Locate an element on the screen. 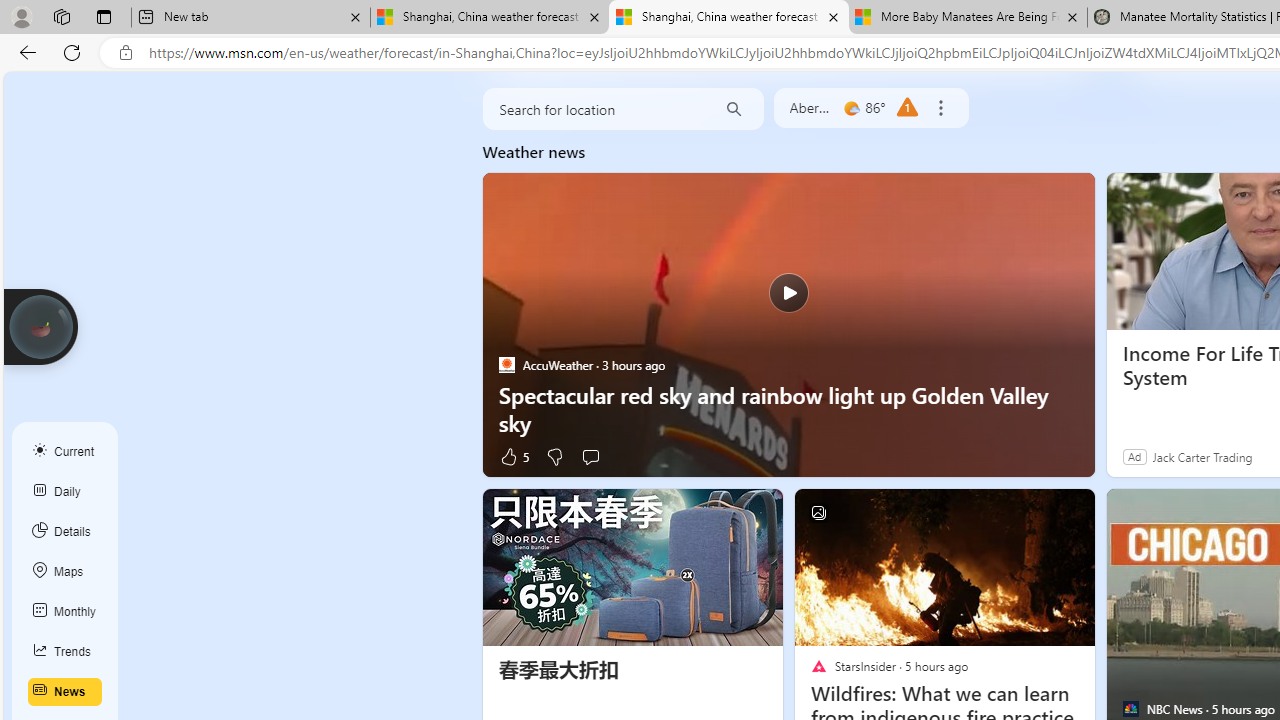 This screenshot has height=720, width=1280. 'AccuWeather' is located at coordinates (506, 365).